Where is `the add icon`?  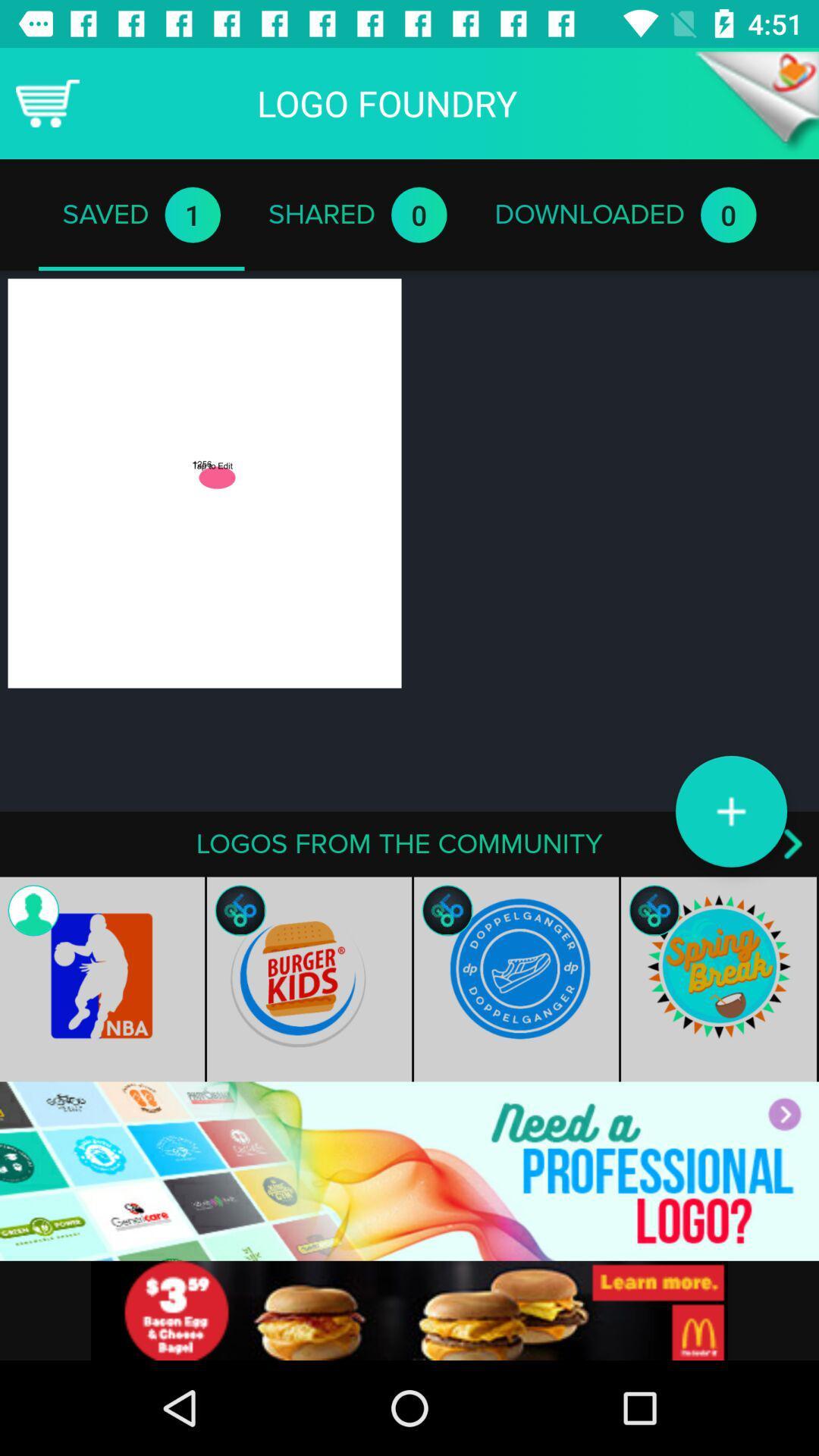 the add icon is located at coordinates (730, 811).